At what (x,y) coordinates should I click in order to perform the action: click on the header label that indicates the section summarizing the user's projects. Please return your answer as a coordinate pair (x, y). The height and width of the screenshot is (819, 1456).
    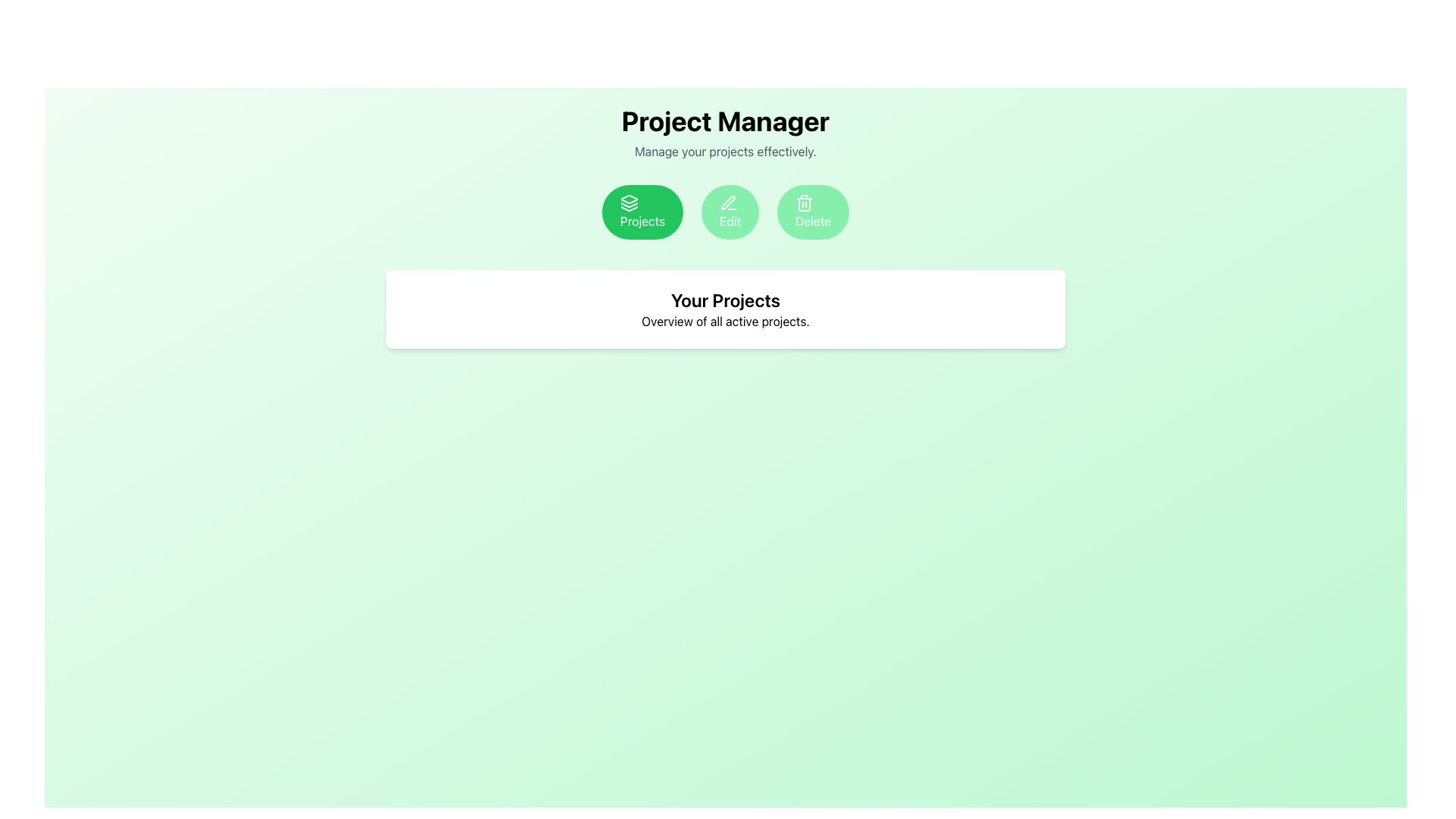
    Looking at the image, I should click on (724, 300).